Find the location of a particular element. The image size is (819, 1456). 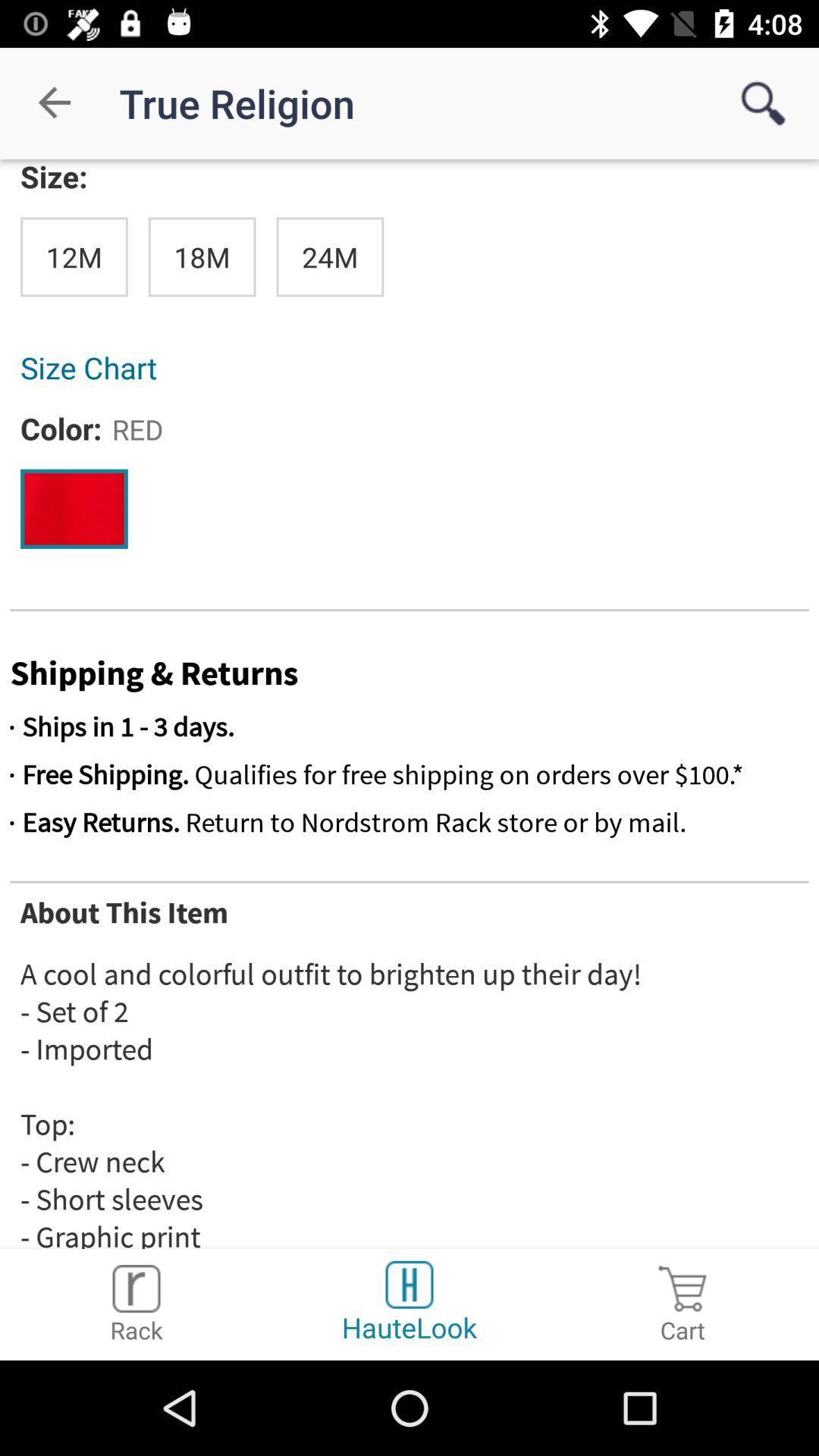

the 12m icon is located at coordinates (74, 257).